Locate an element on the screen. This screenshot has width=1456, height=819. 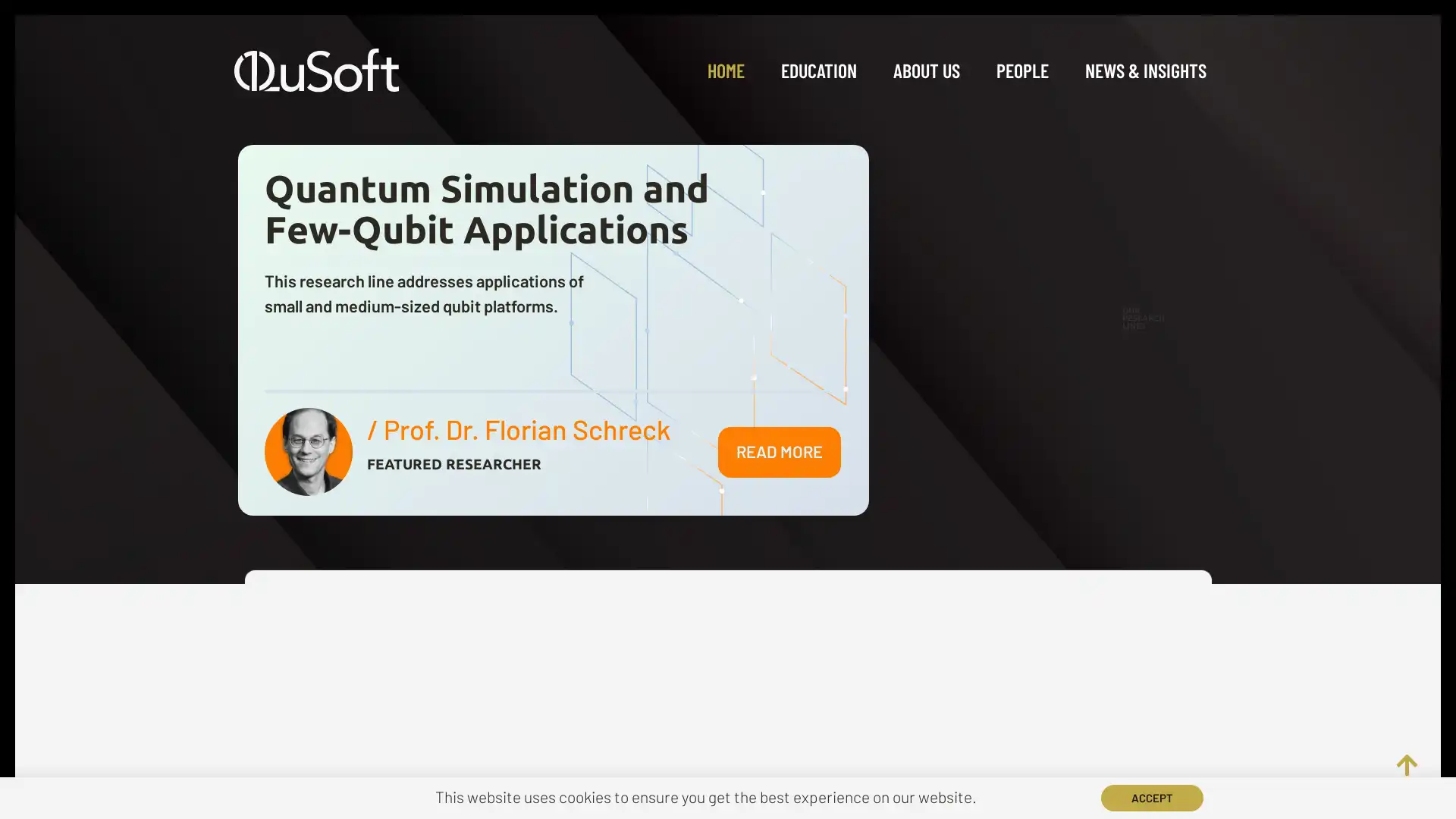
ACCEPT is located at coordinates (1152, 797).